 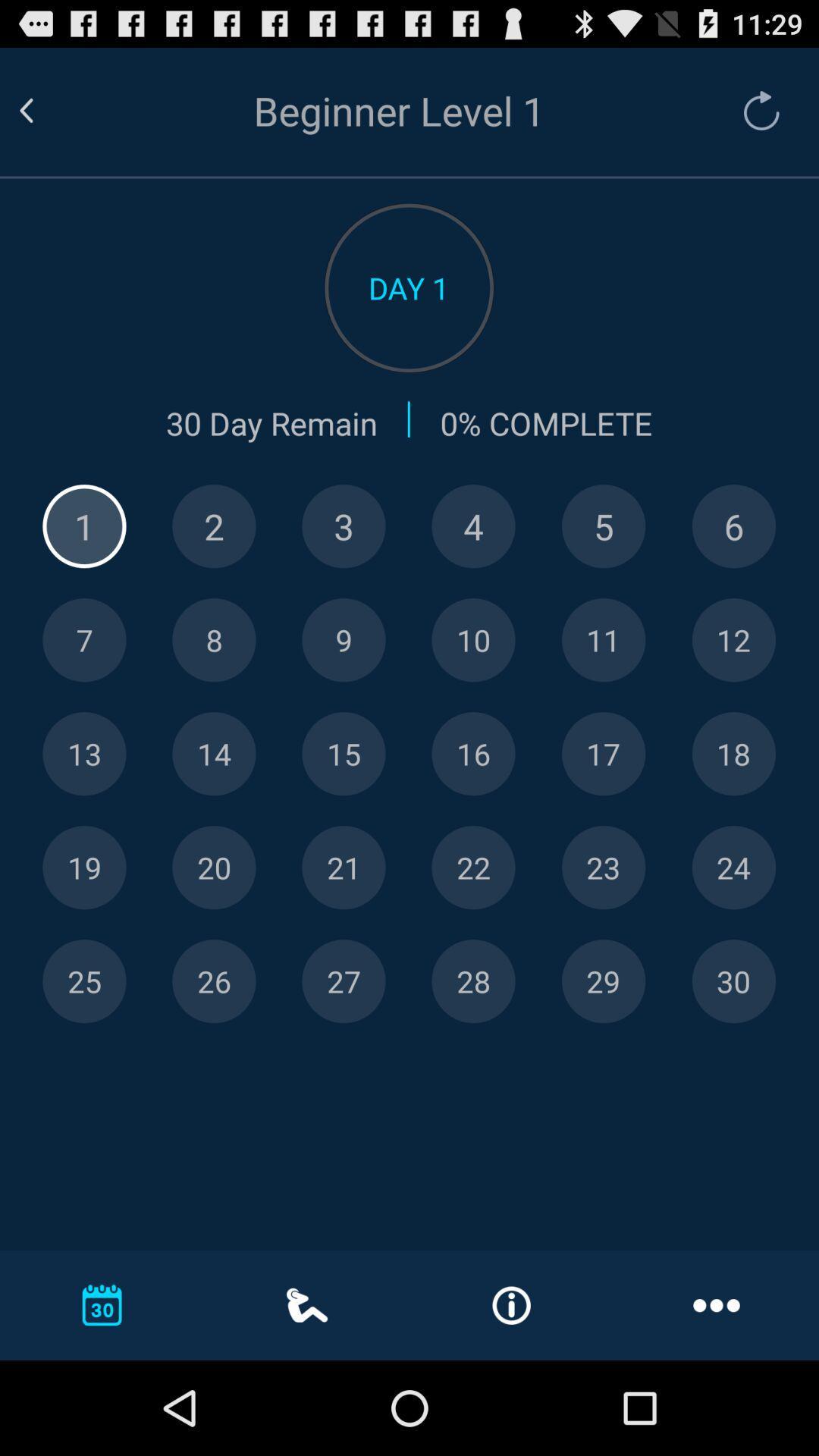 What do you see at coordinates (472, 640) in the screenshot?
I see `goes to the day displayed` at bounding box center [472, 640].